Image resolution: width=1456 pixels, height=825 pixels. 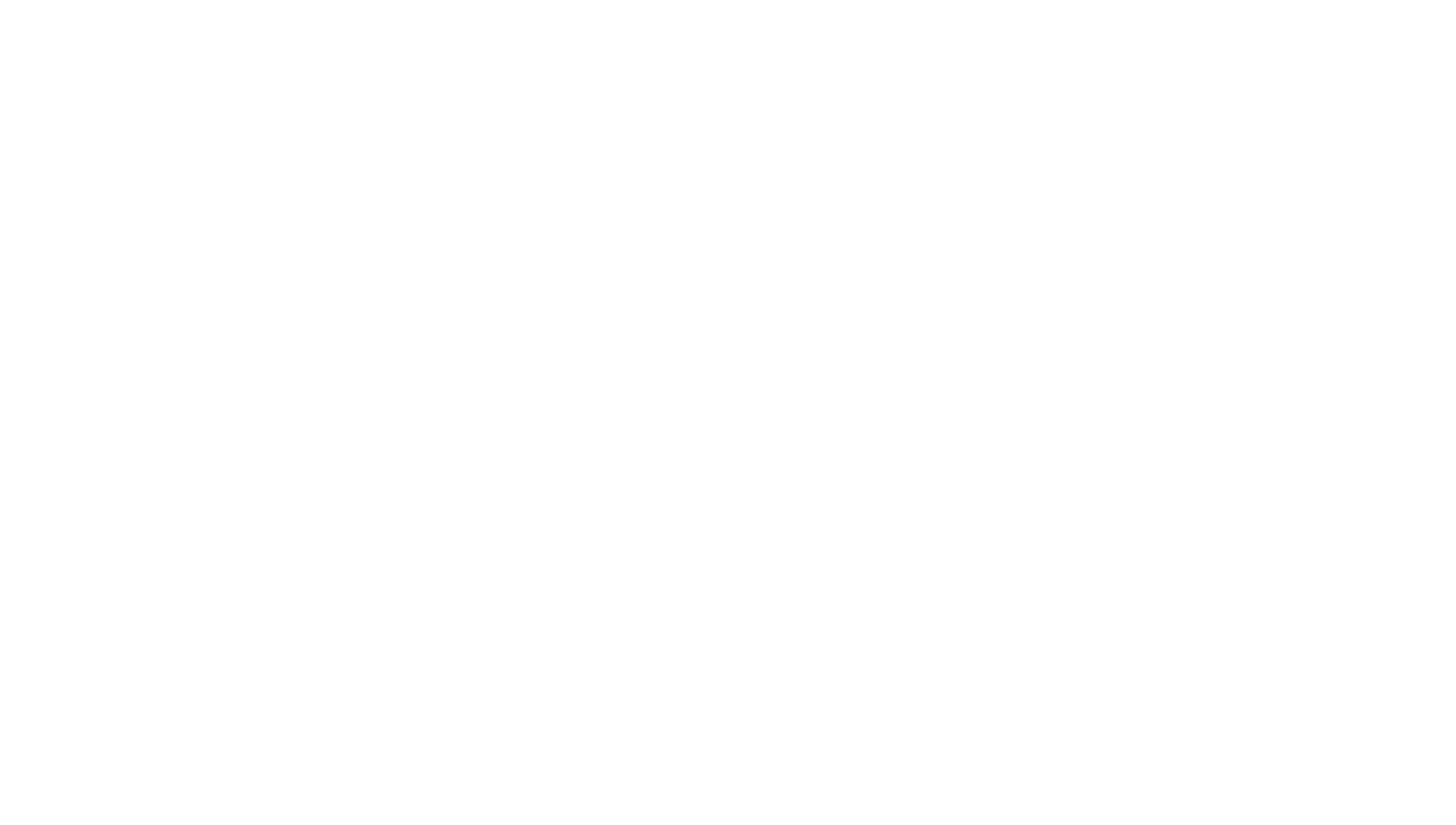 I want to click on 'Mike Levine', so click(x=530, y=712).